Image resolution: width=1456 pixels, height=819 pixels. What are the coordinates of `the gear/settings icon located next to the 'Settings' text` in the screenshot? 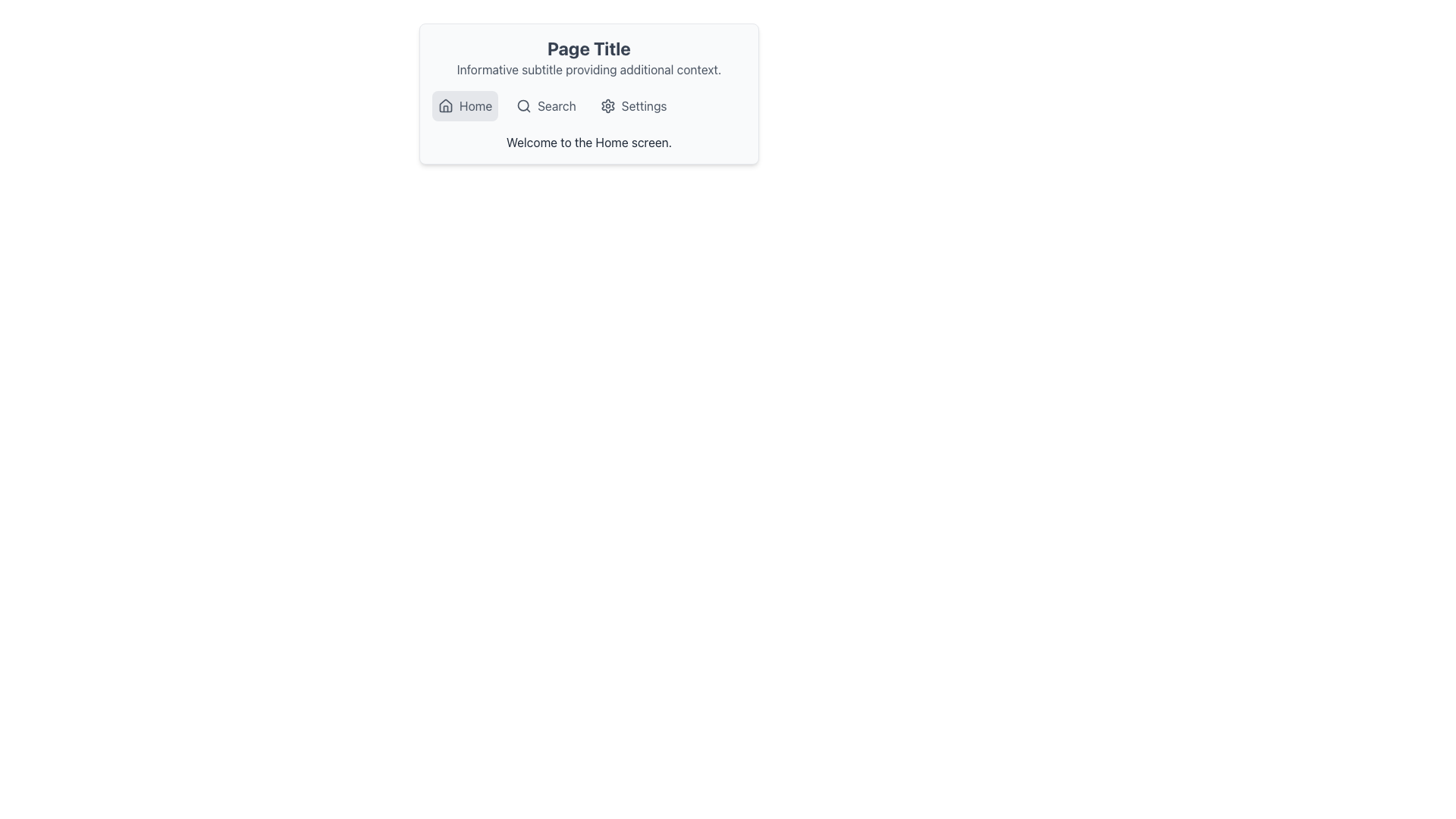 It's located at (607, 105).